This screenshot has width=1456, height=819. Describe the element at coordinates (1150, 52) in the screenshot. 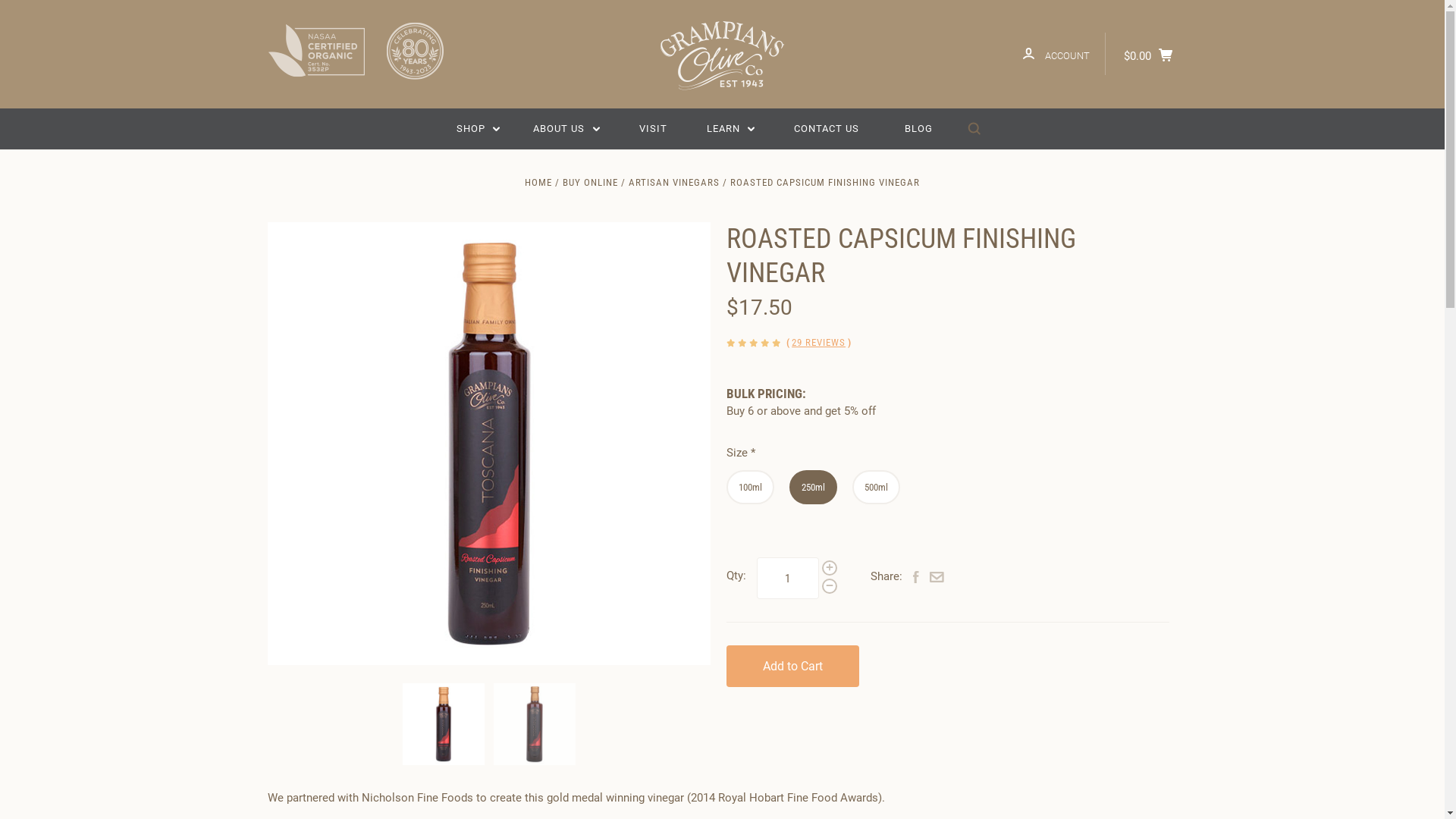

I see `'$0.00 cart'` at that location.